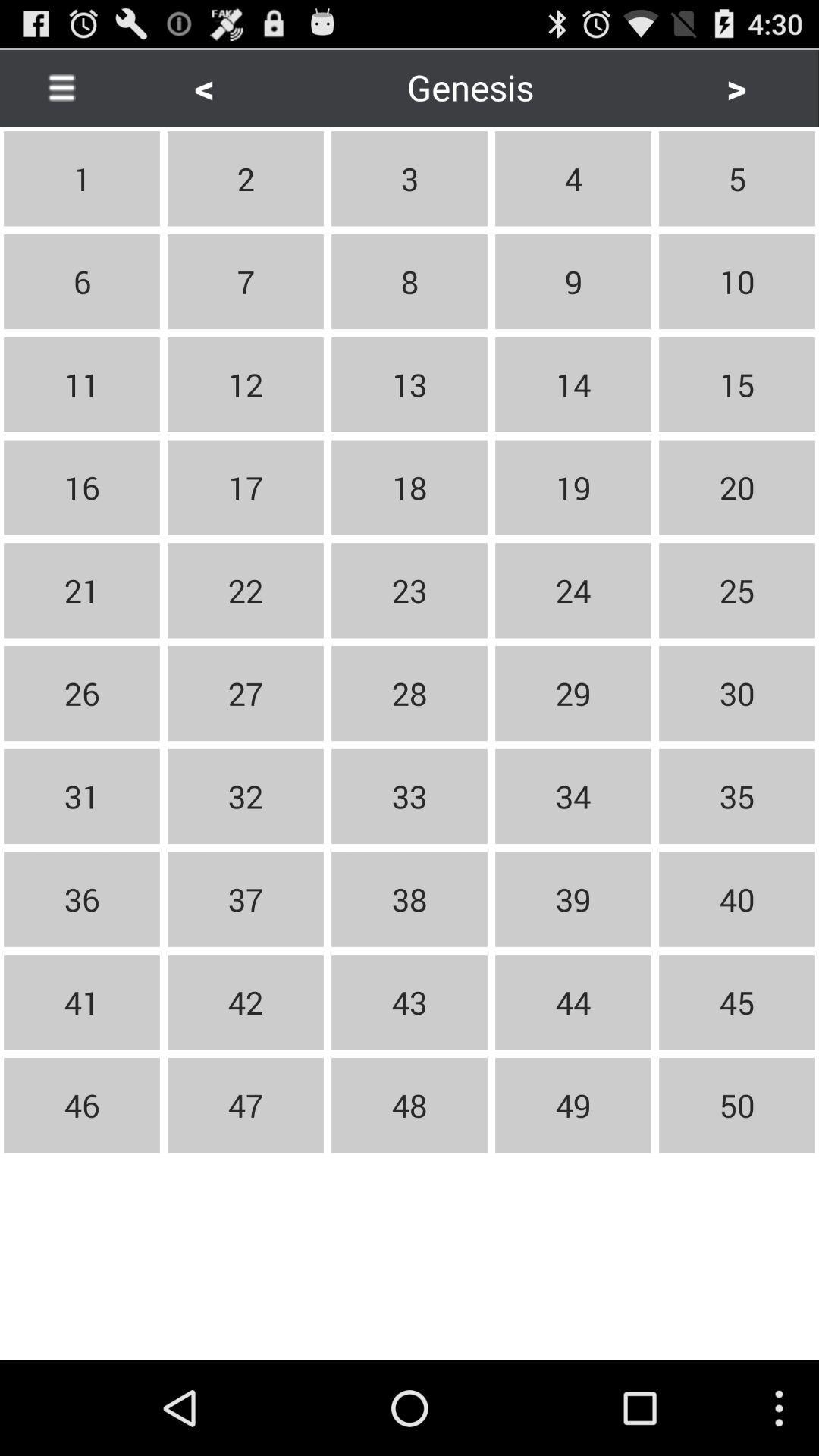  What do you see at coordinates (61, 93) in the screenshot?
I see `the menu icon` at bounding box center [61, 93].